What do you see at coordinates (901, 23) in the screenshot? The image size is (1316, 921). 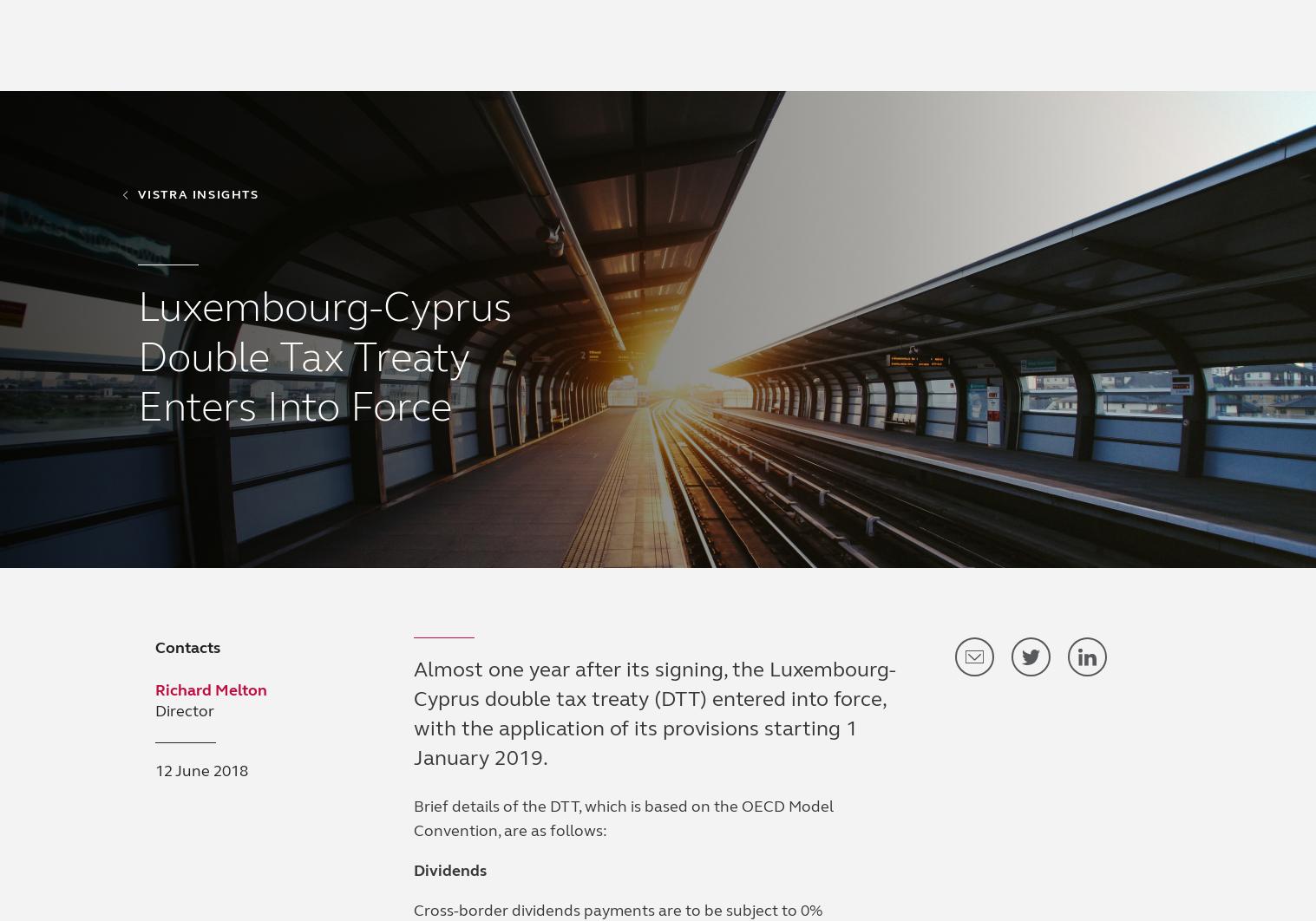 I see `'Client portal'` at bounding box center [901, 23].